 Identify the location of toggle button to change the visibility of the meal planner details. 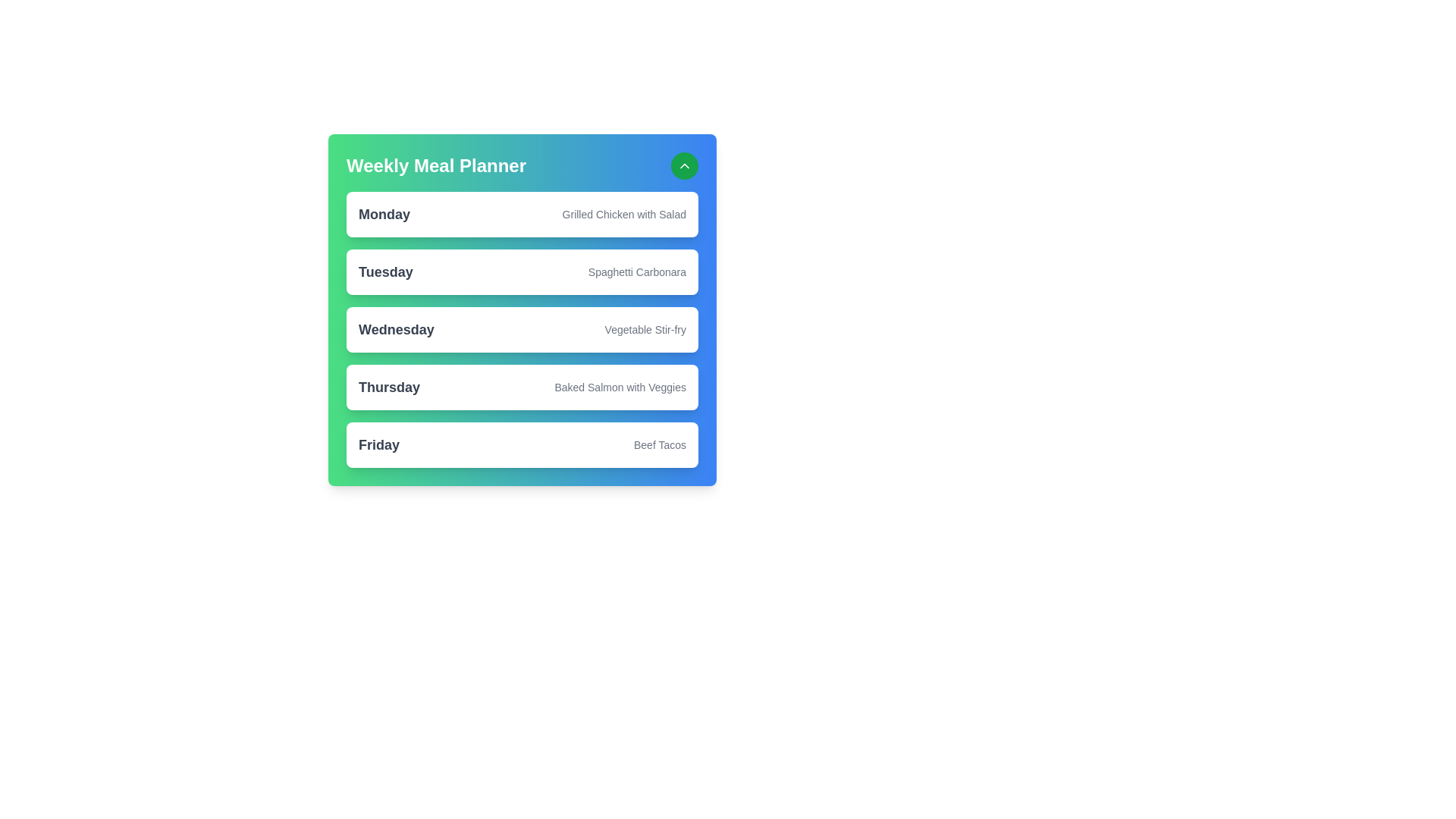
(683, 166).